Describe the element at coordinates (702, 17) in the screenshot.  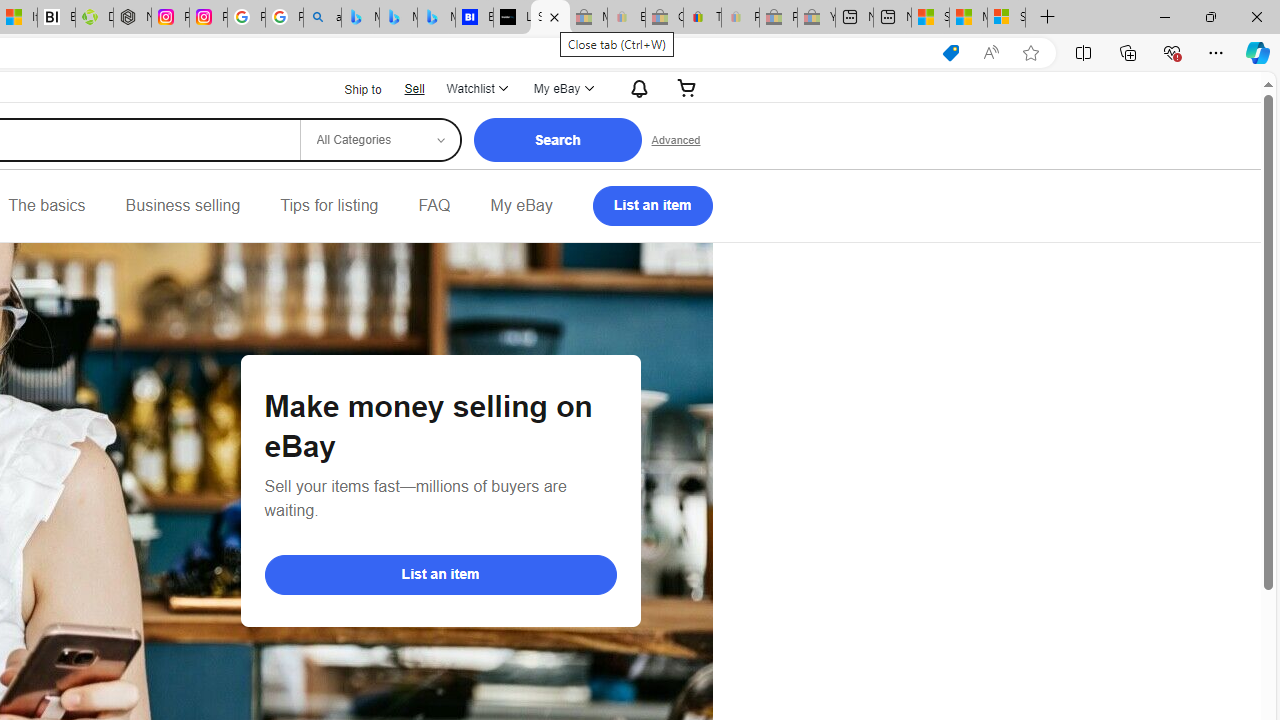
I see `'Threats and offensive language policy | eBay'` at that location.